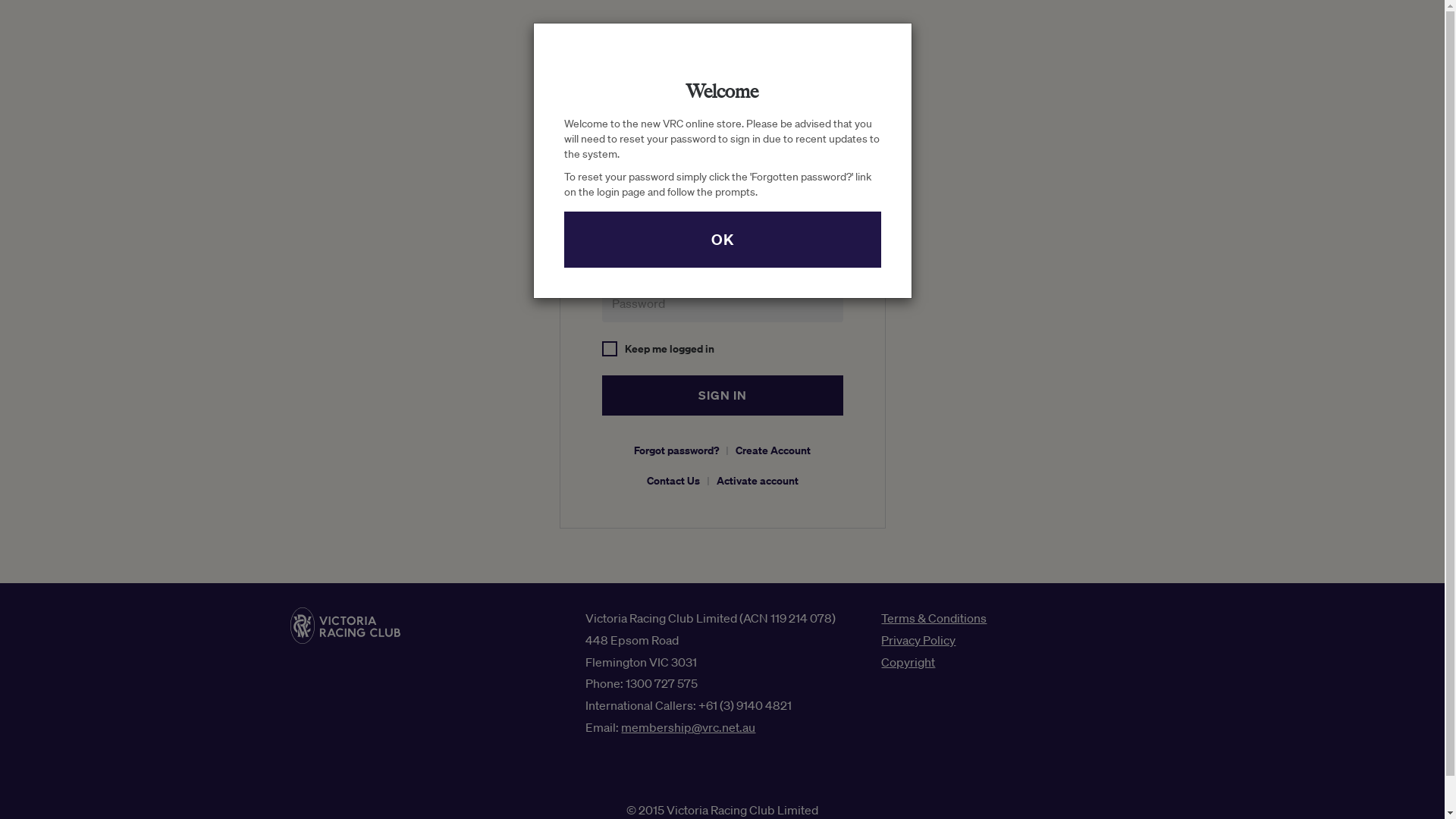  Describe the element at coordinates (722, 239) in the screenshot. I see `'OK'` at that location.